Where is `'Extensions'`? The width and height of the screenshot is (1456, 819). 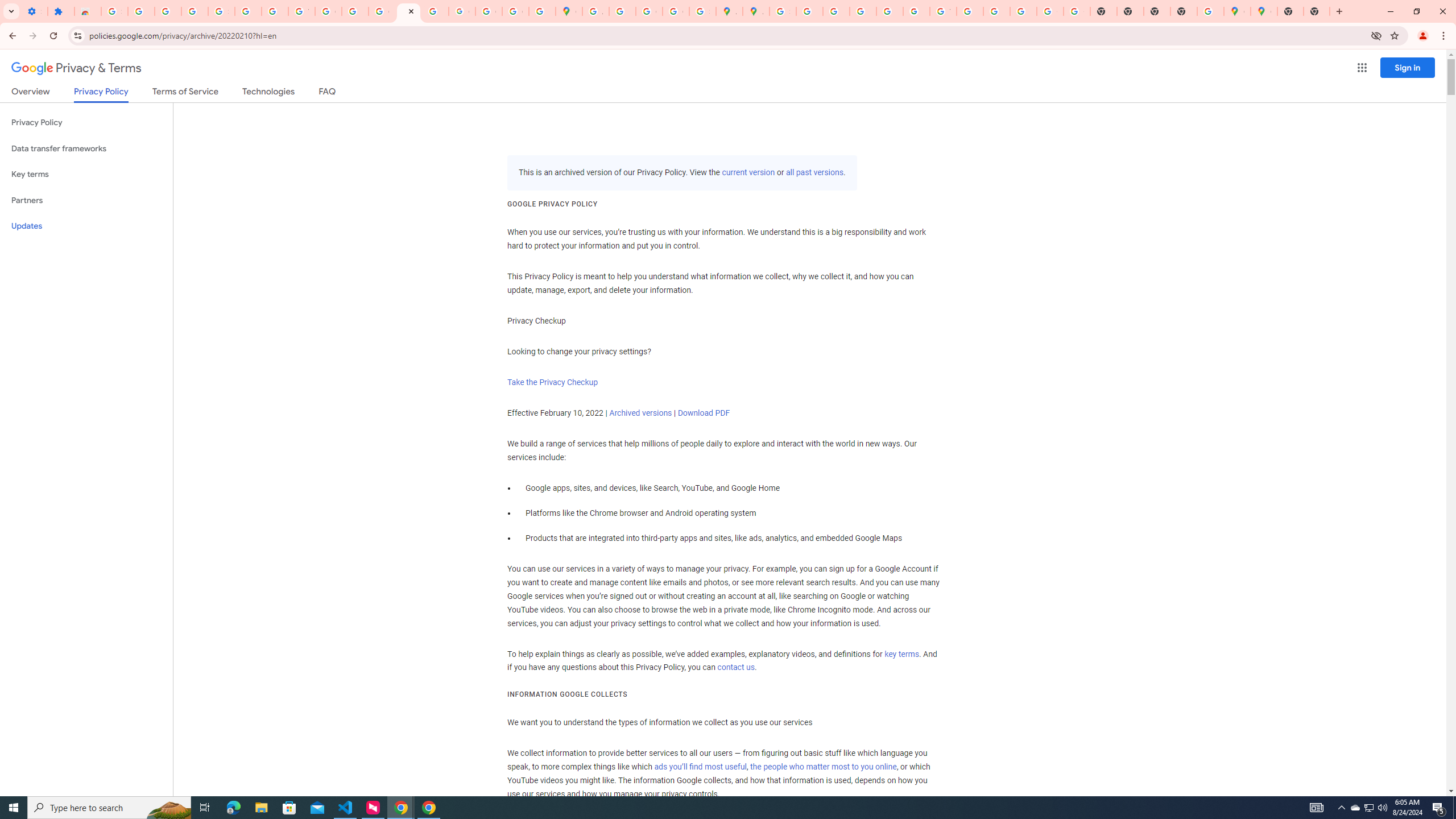 'Extensions' is located at coordinates (60, 11).